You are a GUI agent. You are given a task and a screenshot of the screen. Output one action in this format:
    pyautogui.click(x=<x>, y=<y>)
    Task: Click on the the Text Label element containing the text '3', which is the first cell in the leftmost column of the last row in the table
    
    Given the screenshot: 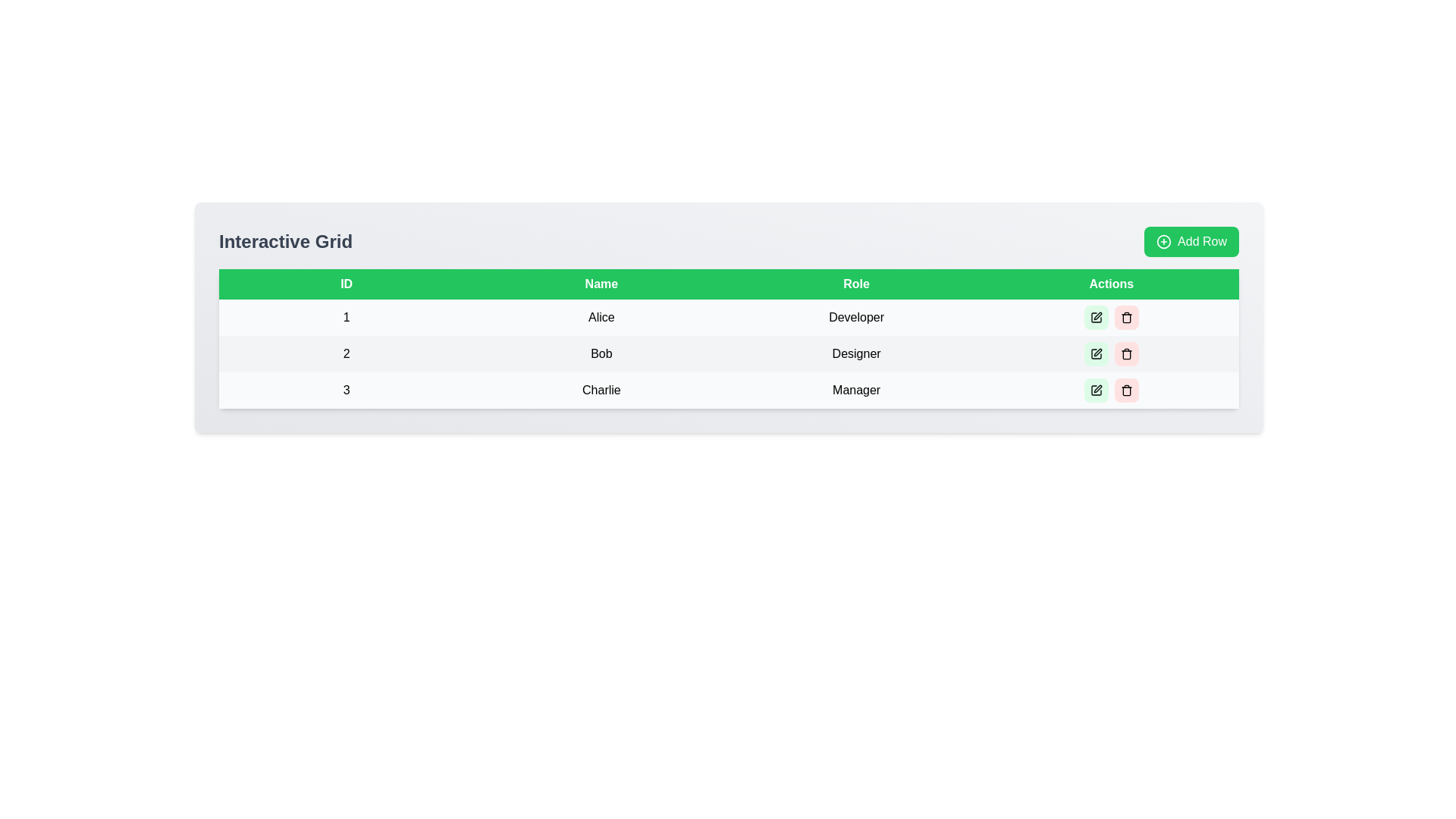 What is the action you would take?
    pyautogui.click(x=346, y=390)
    